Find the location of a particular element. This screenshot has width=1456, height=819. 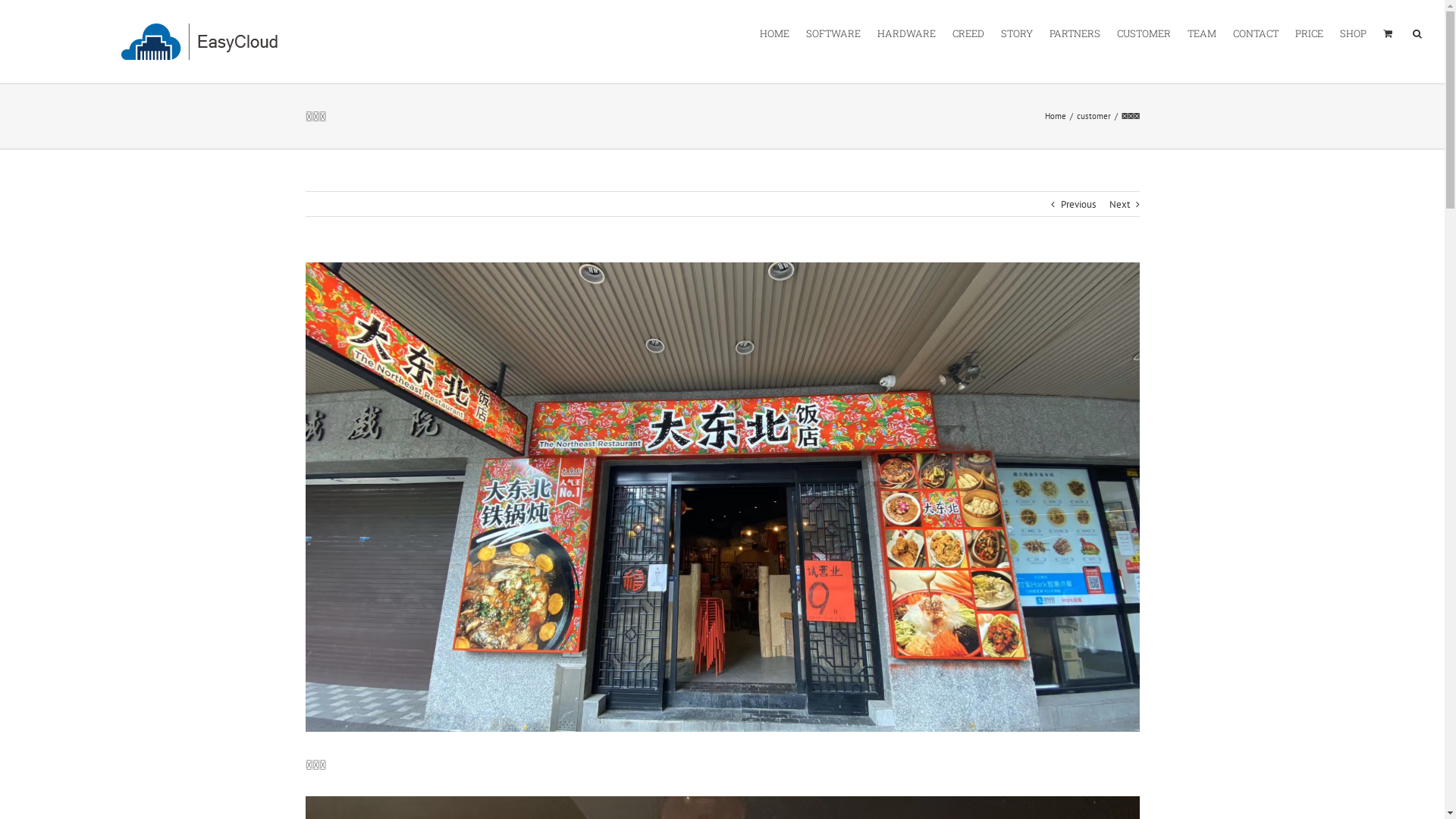

'PARTNERS' is located at coordinates (1074, 32).